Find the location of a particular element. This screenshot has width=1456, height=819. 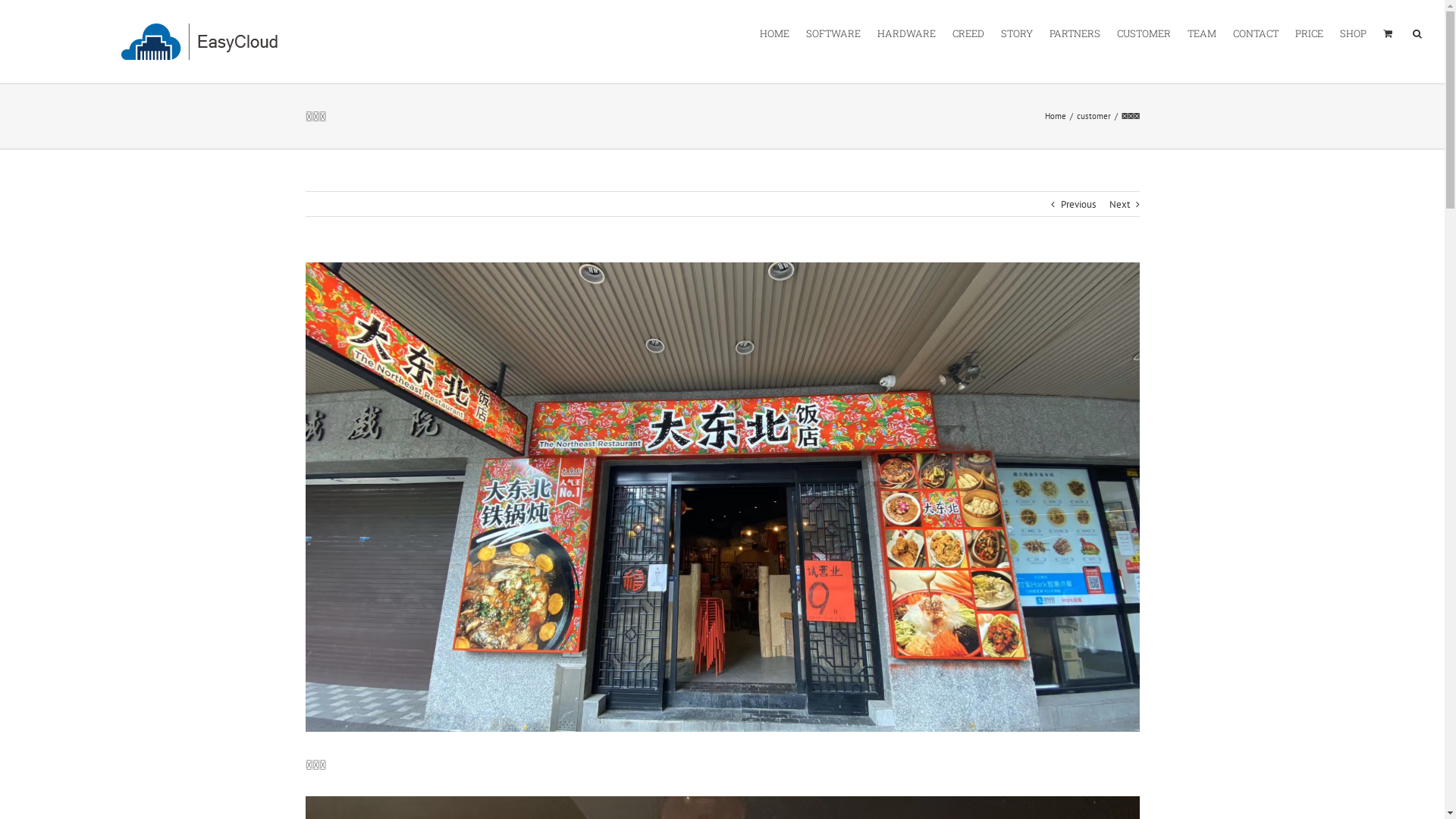

'PARTNERS' is located at coordinates (1074, 32).